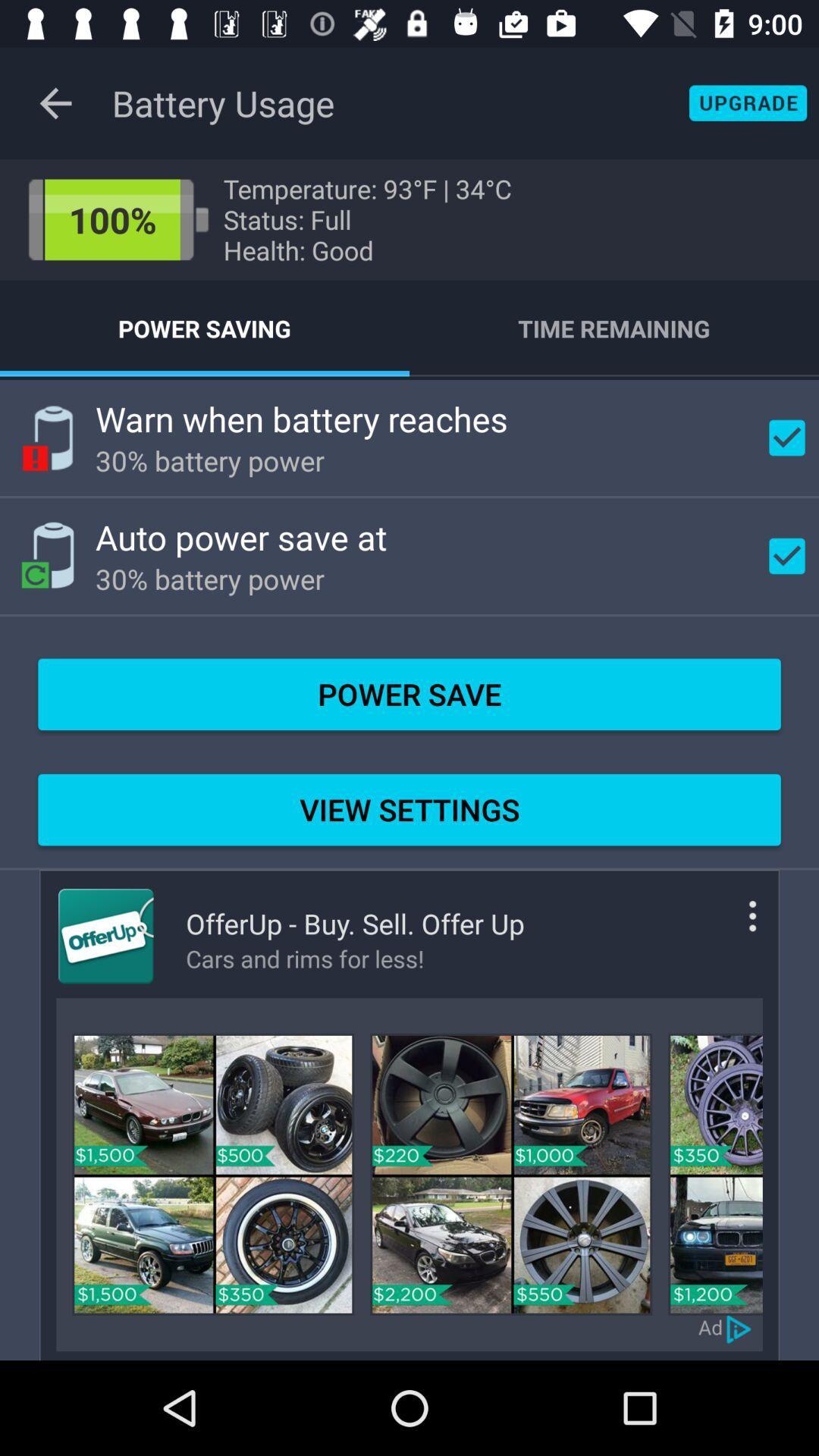 This screenshot has width=819, height=1456. I want to click on icon next to battery usage item, so click(55, 102).